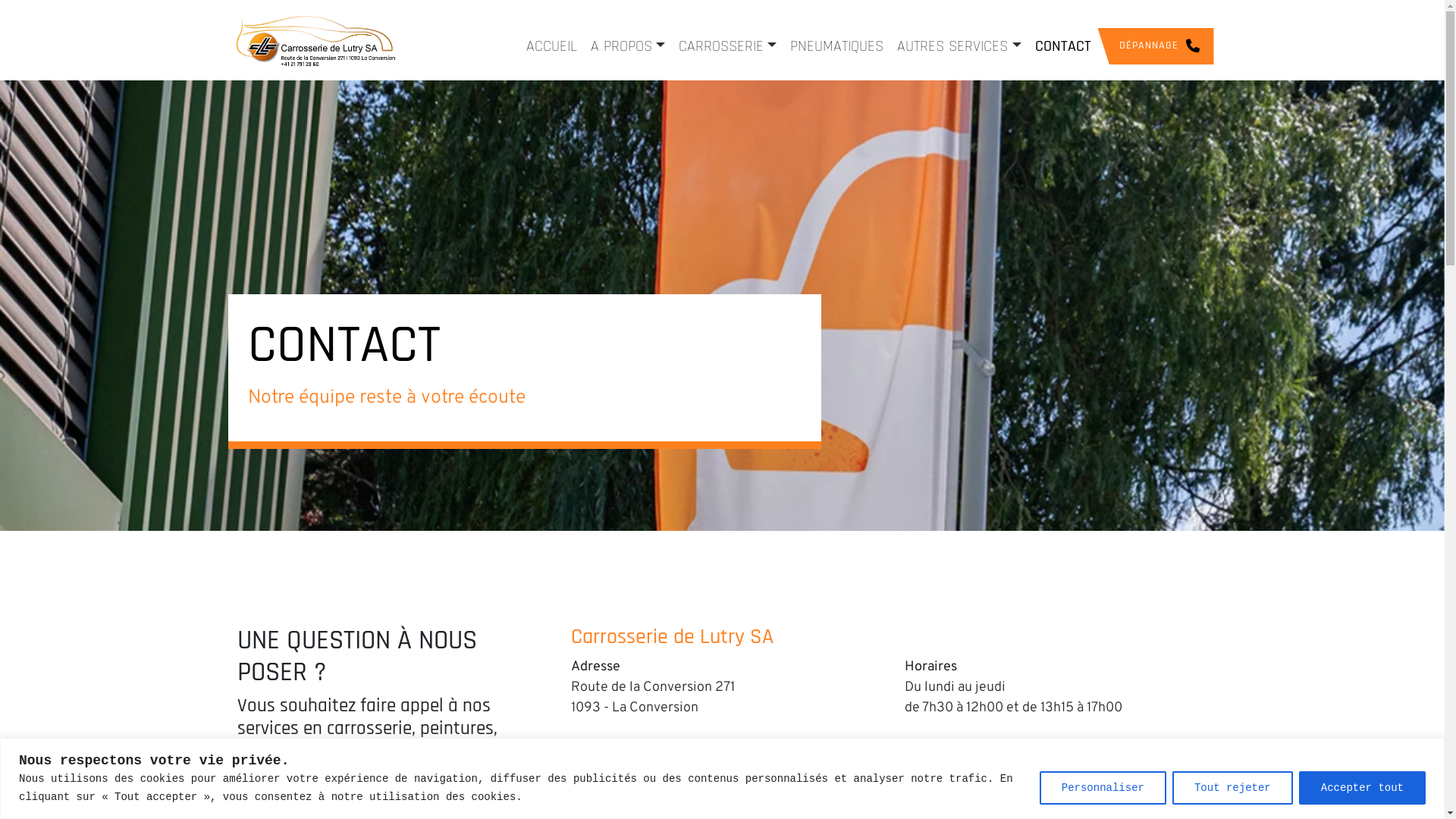 This screenshot has height=819, width=1456. Describe the element at coordinates (726, 45) in the screenshot. I see `'CARROSSERIE'` at that location.